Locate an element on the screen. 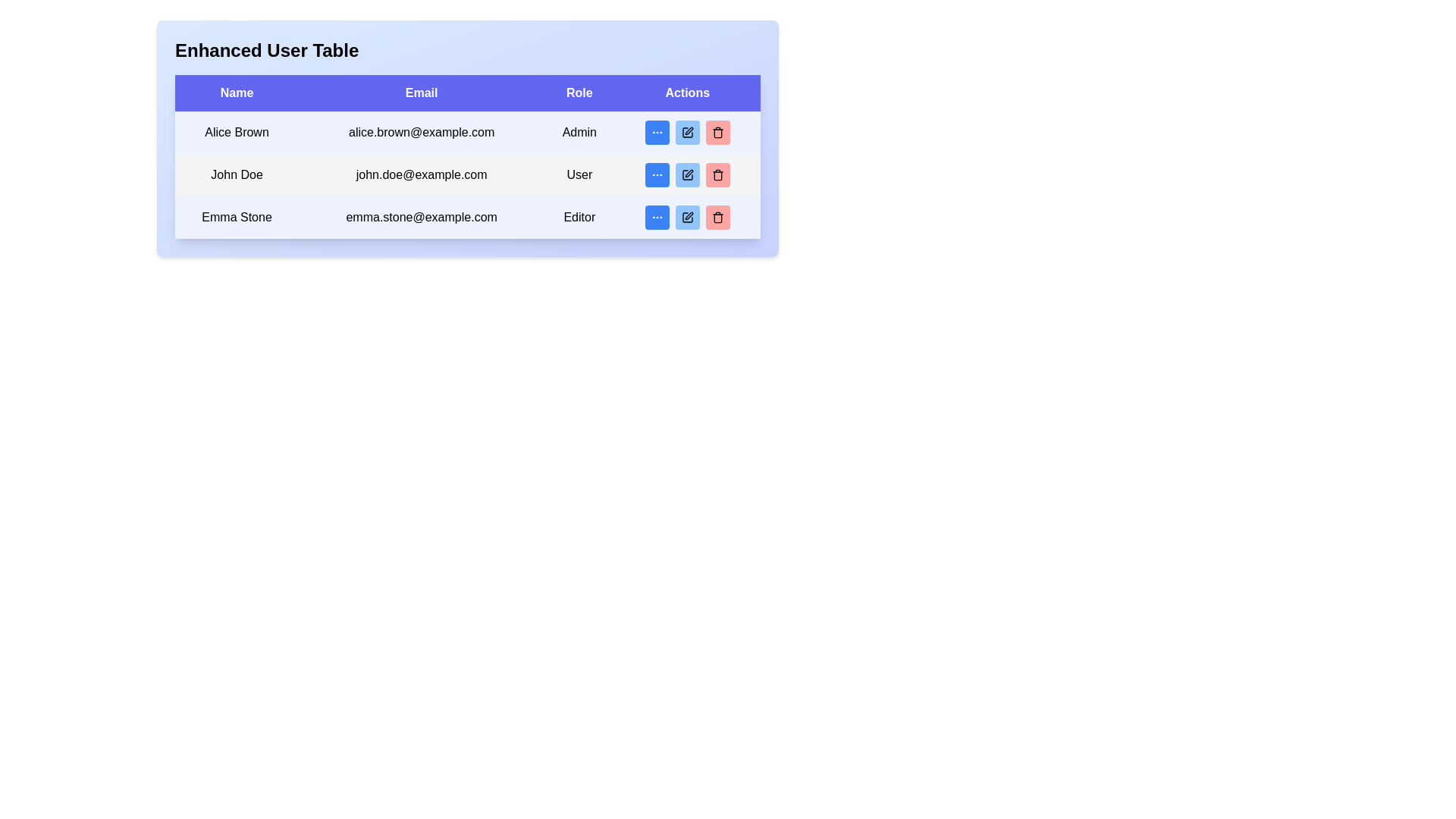 Image resolution: width=1456 pixels, height=819 pixels. the delete button located in the third row of the table under the 'Actions' column, positioned to the right of the blue button with a pen icon is located at coordinates (717, 217).